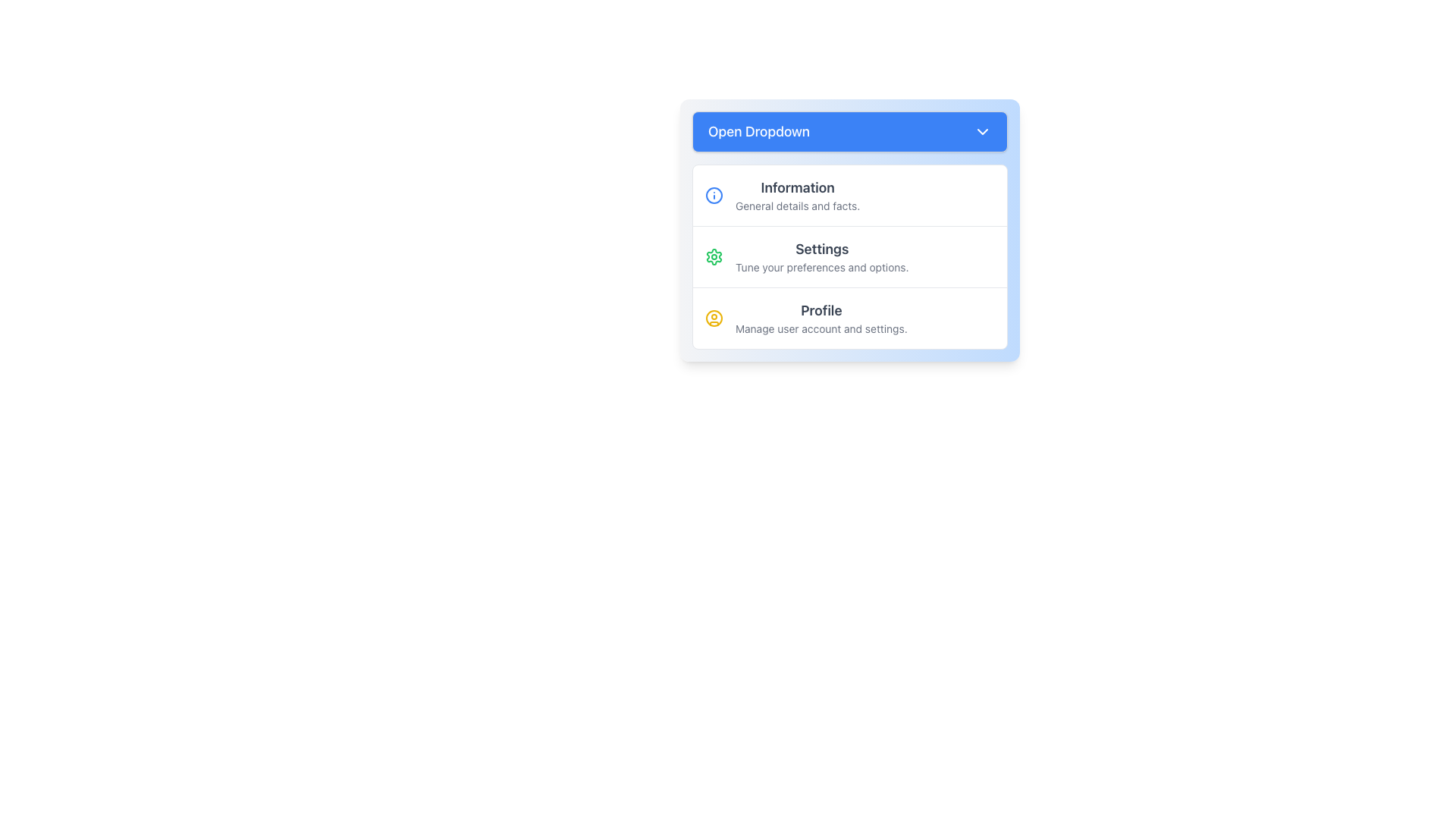  I want to click on the compact downwards-pointing chevron icon embedded in the right side of the blue 'Open Dropdown' button, so click(983, 130).